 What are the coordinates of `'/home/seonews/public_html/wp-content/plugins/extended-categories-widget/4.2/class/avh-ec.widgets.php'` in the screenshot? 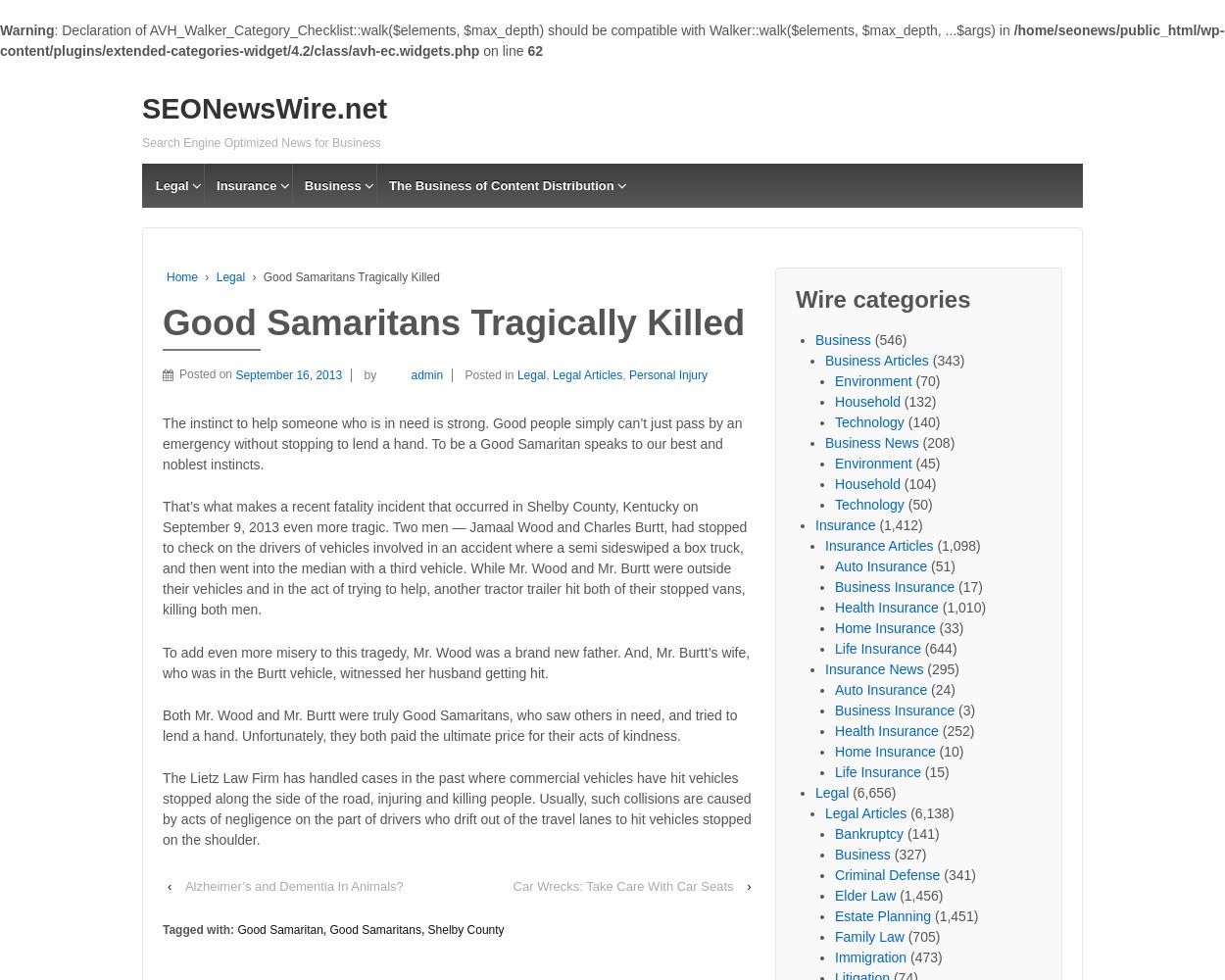 It's located at (611, 40).